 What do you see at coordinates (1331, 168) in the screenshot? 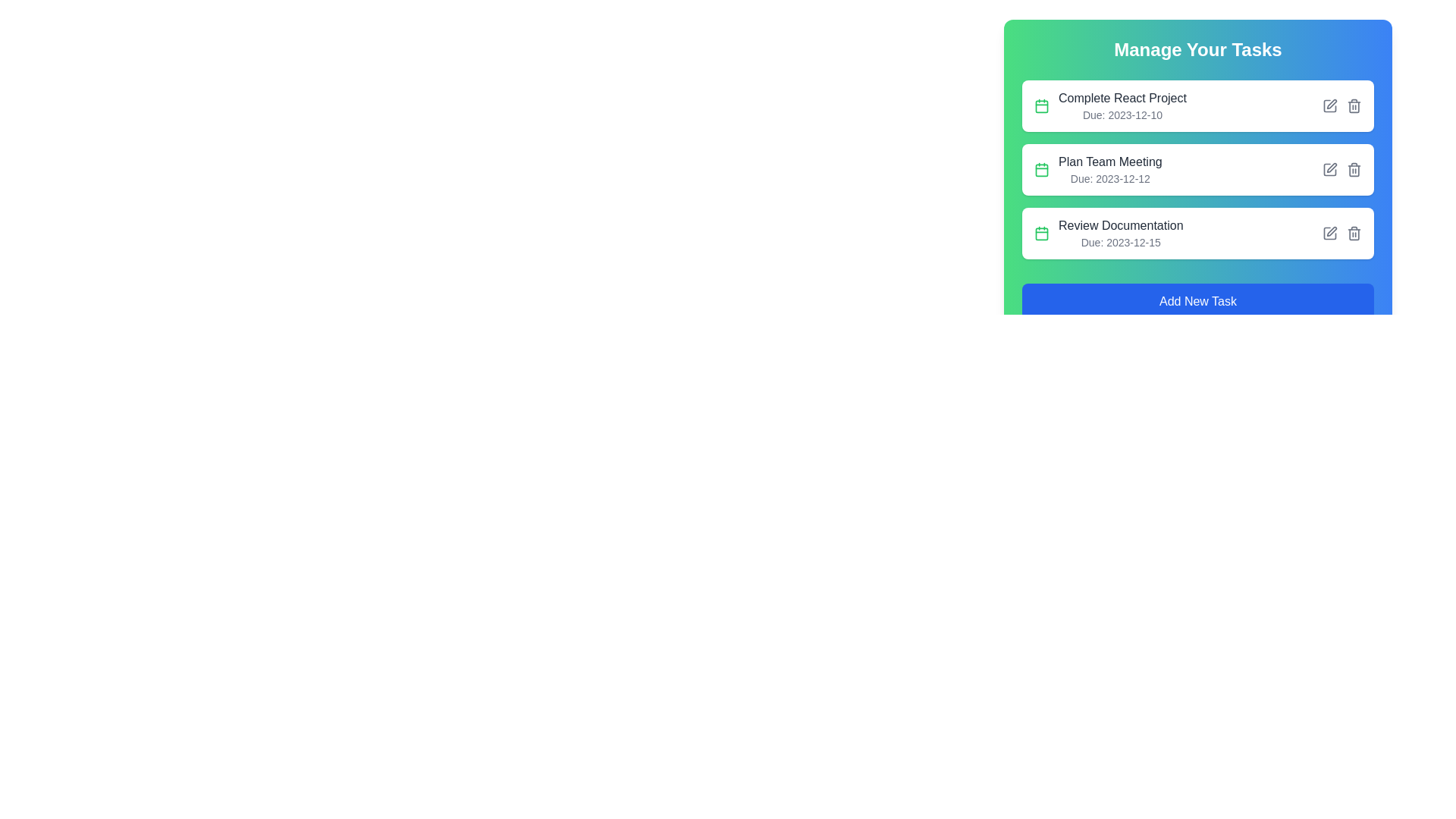
I see `the edit icon located in the upper right area of the 'Plan Team Meeting' button, which serves as a visual representation for editing or annotating the task` at bounding box center [1331, 168].